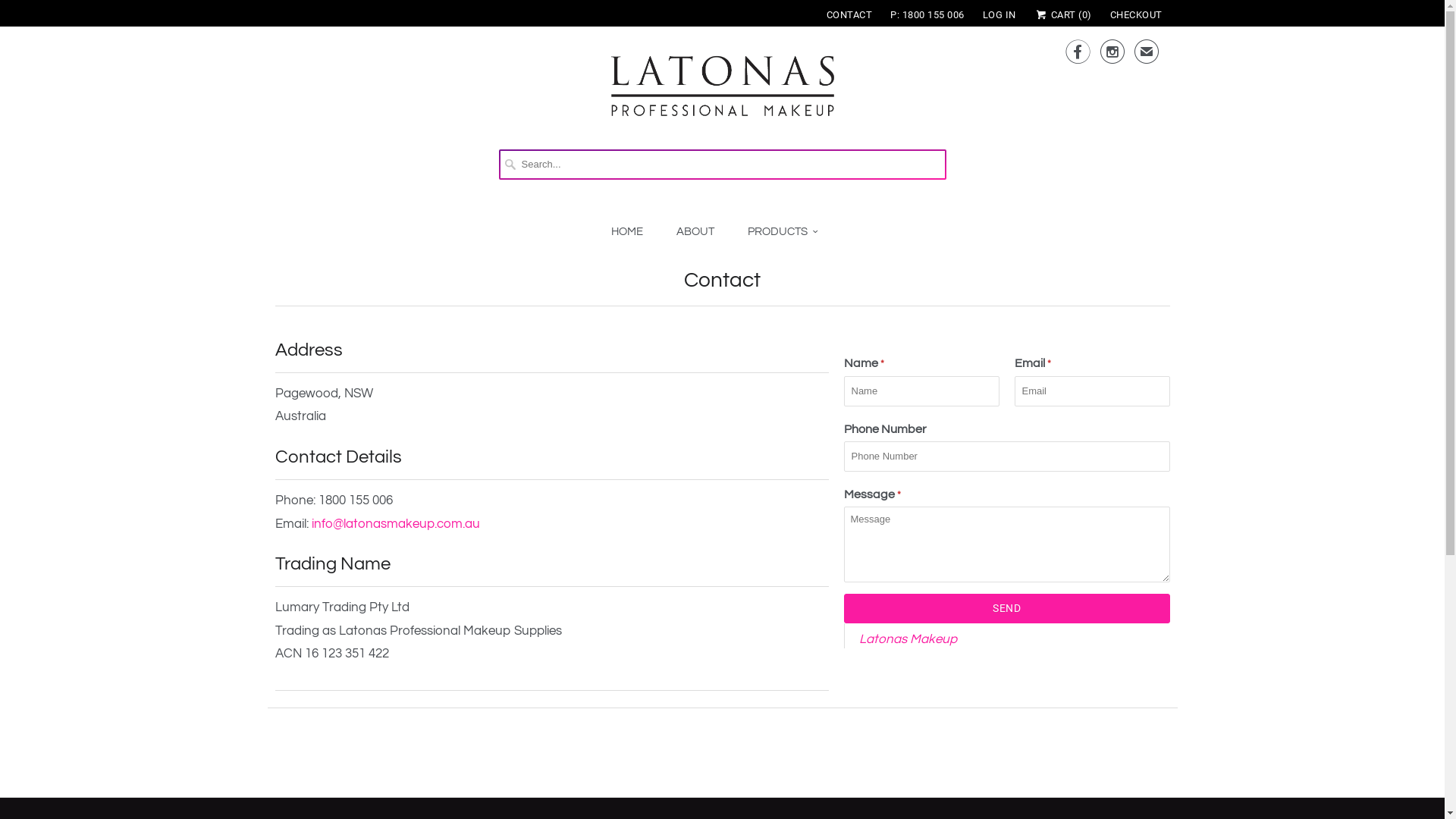  What do you see at coordinates (999, 14) in the screenshot?
I see `'LOG IN'` at bounding box center [999, 14].